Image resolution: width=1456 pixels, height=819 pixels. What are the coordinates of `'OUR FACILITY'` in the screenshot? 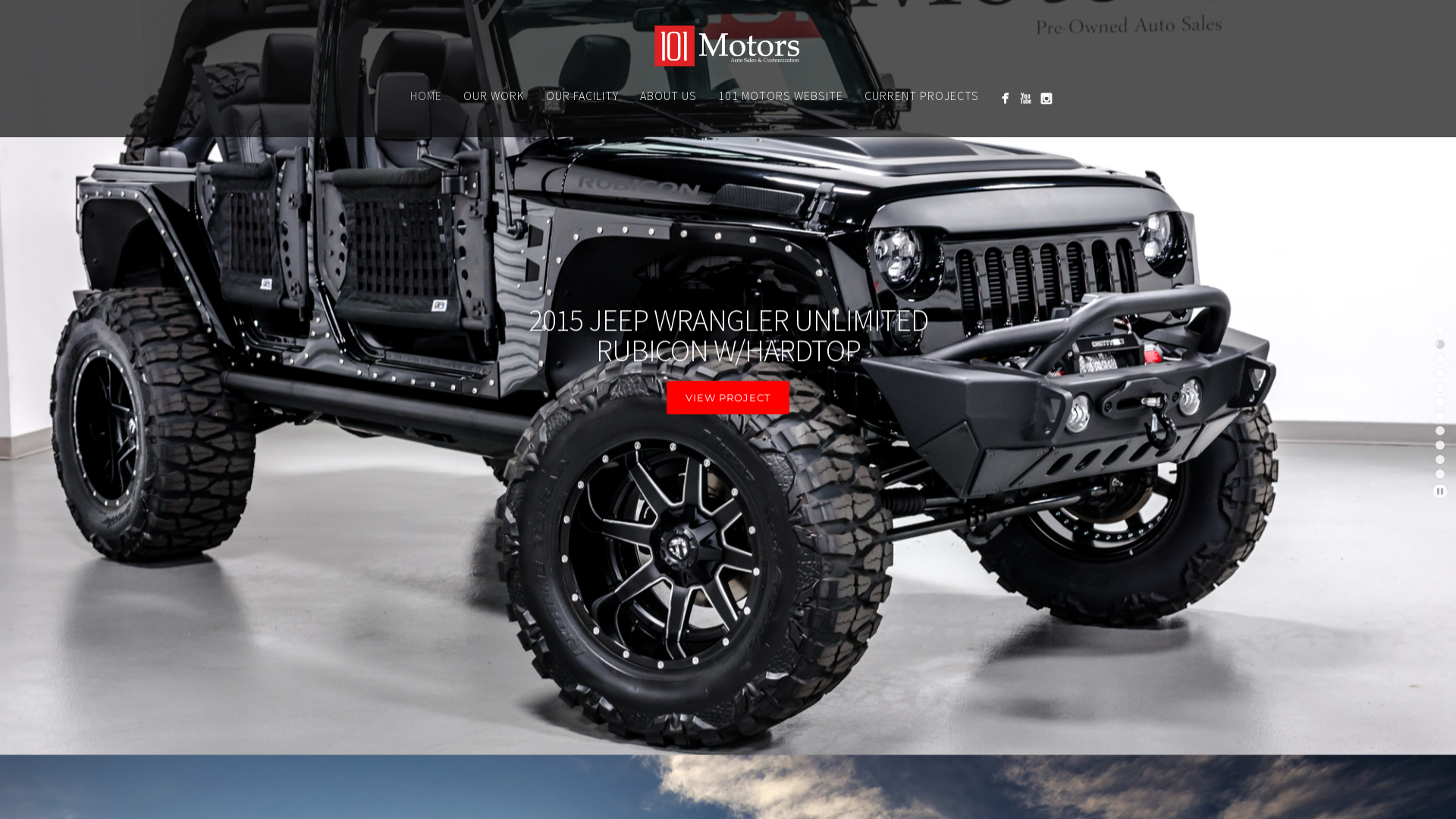 It's located at (535, 96).